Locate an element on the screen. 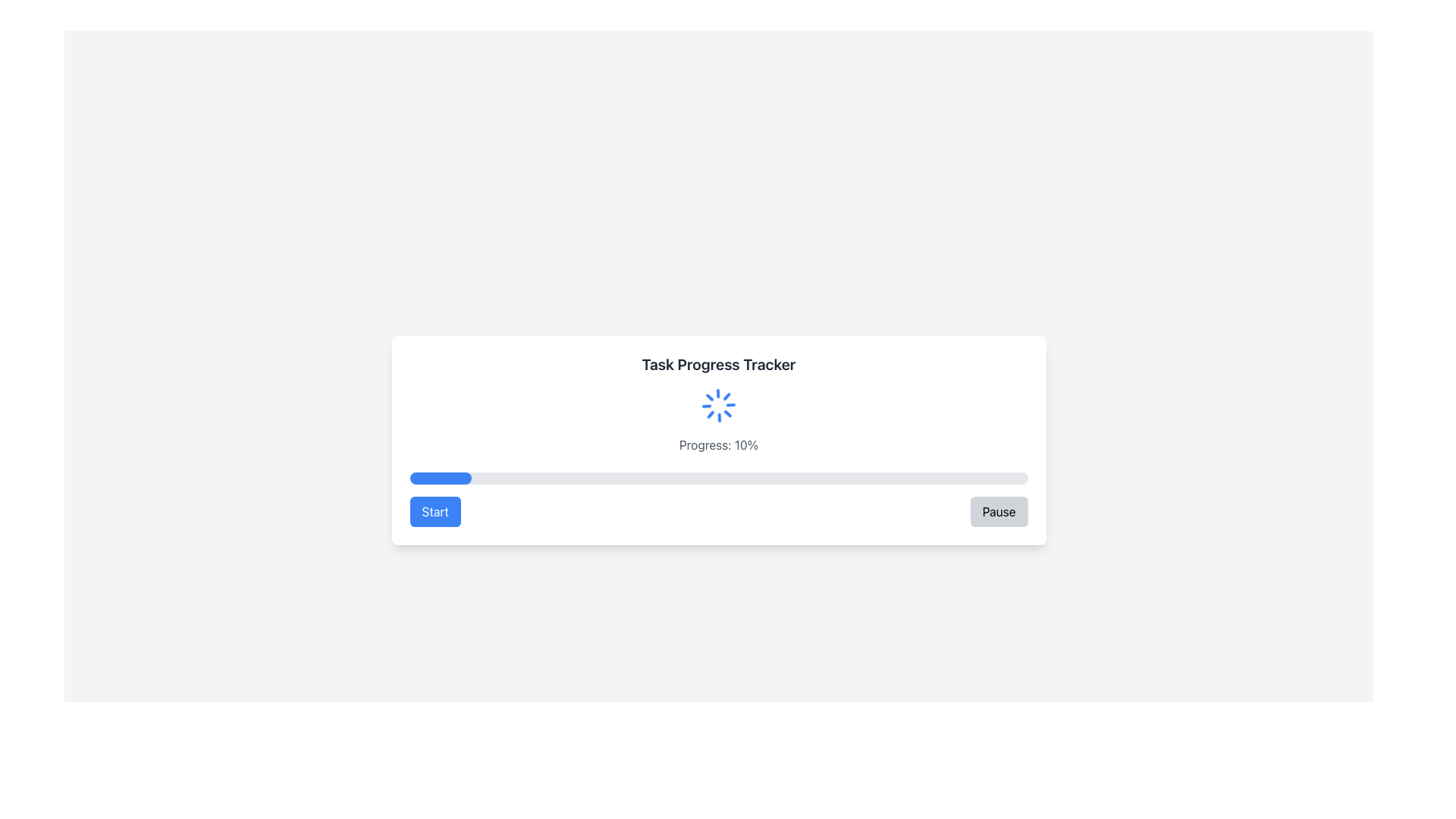 The width and height of the screenshot is (1456, 819). the circular blue loader spinner icon that is animated and located above the 'Progress: 10%' text and below the 'Task Progress Tracker' header is located at coordinates (718, 405).